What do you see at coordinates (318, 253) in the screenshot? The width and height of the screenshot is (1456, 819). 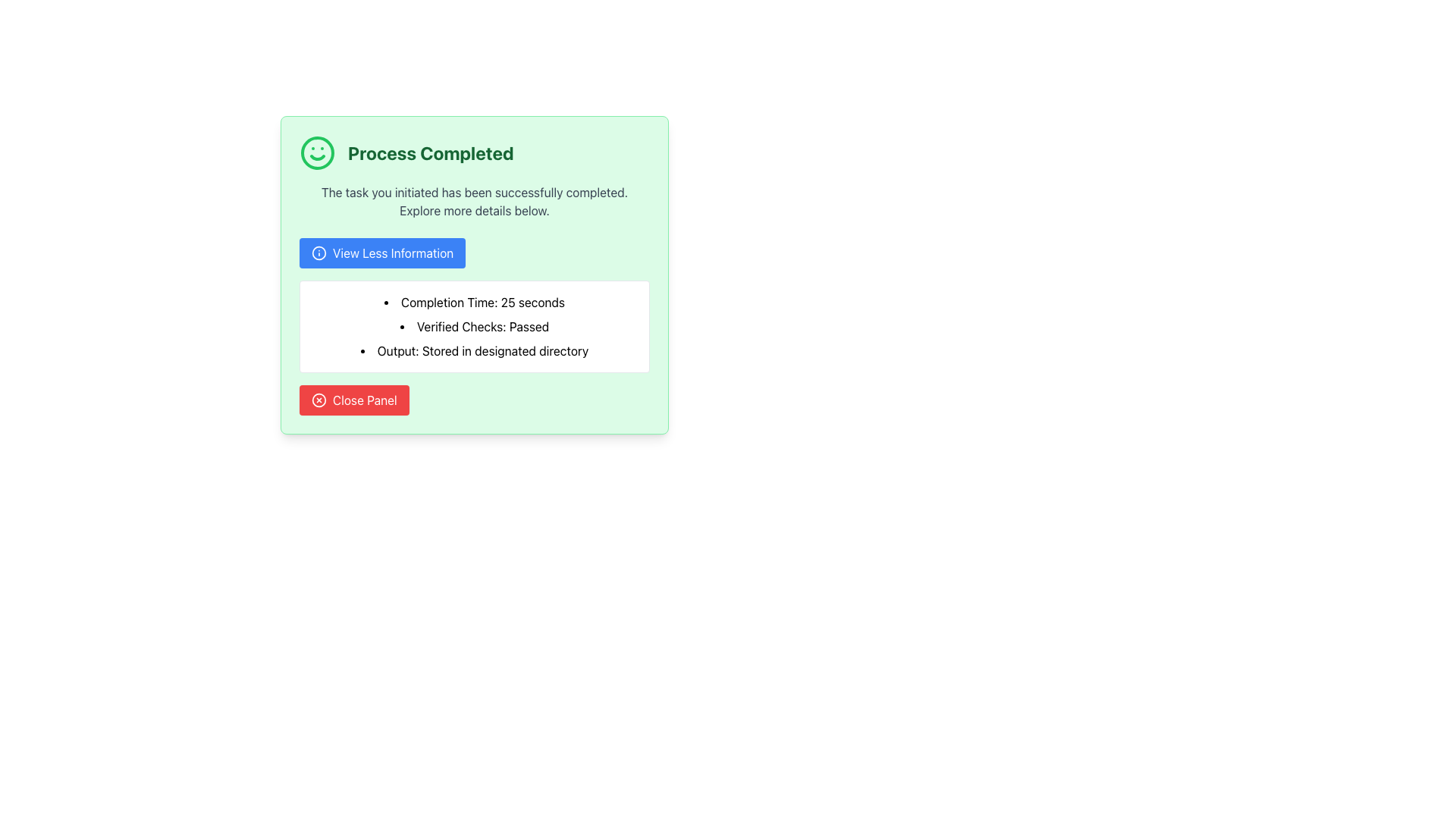 I see `the icon visually complementing the 'View Less Information' button, located on its left-hand side` at bounding box center [318, 253].